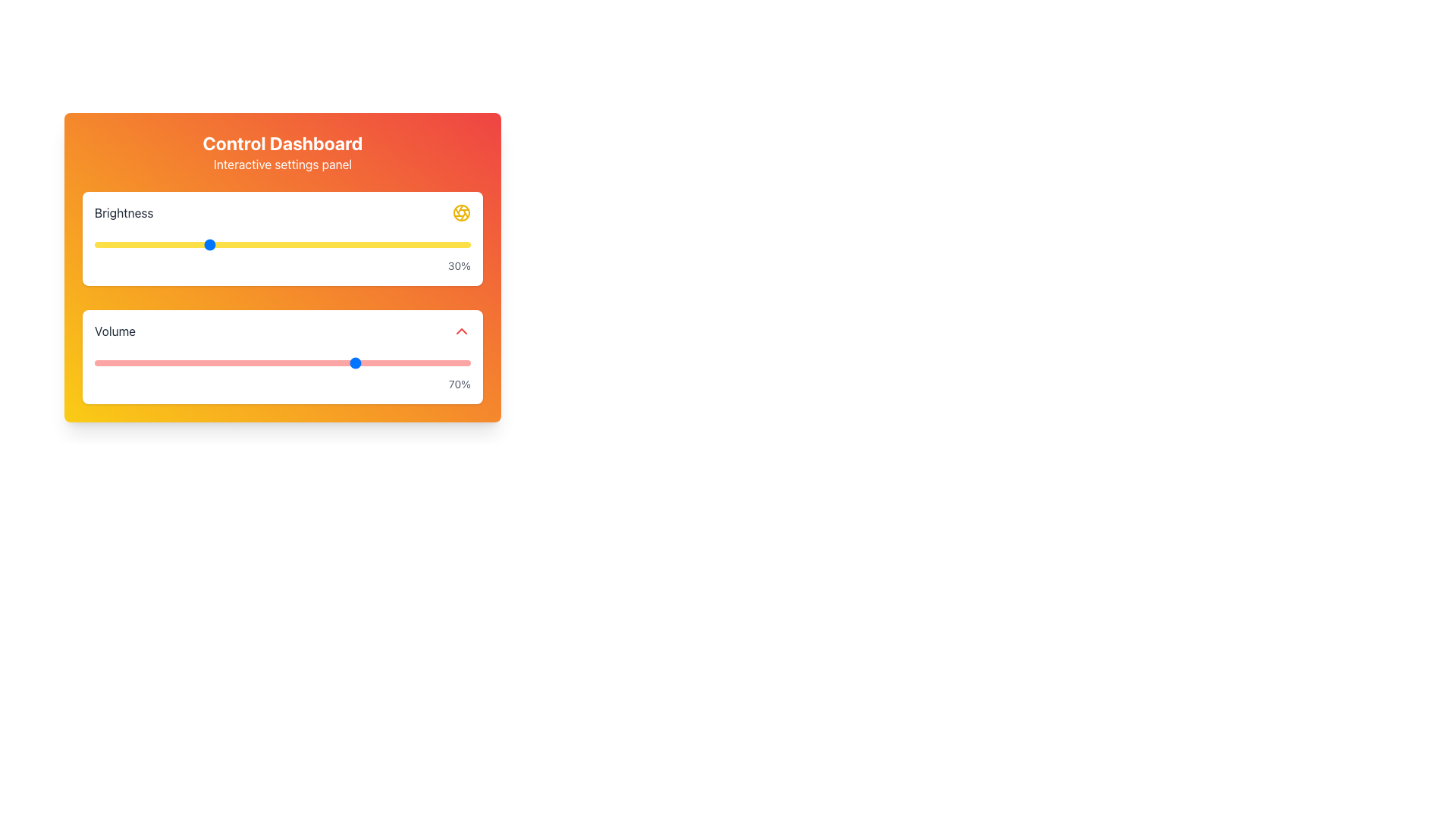  What do you see at coordinates (418, 362) in the screenshot?
I see `the volume` at bounding box center [418, 362].